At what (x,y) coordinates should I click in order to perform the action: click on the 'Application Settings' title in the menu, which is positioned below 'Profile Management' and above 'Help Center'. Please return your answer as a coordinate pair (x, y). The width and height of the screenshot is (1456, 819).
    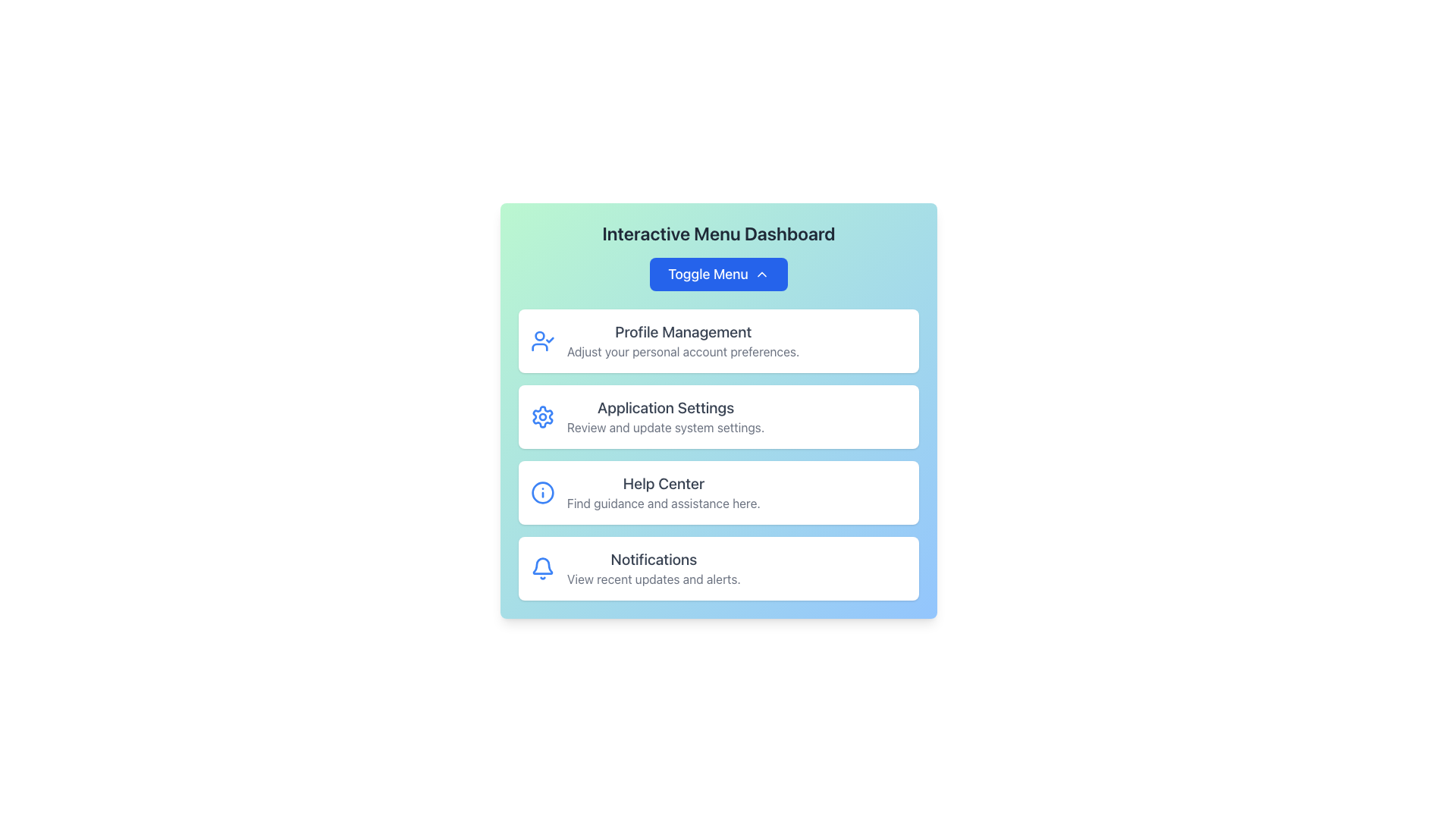
    Looking at the image, I should click on (666, 406).